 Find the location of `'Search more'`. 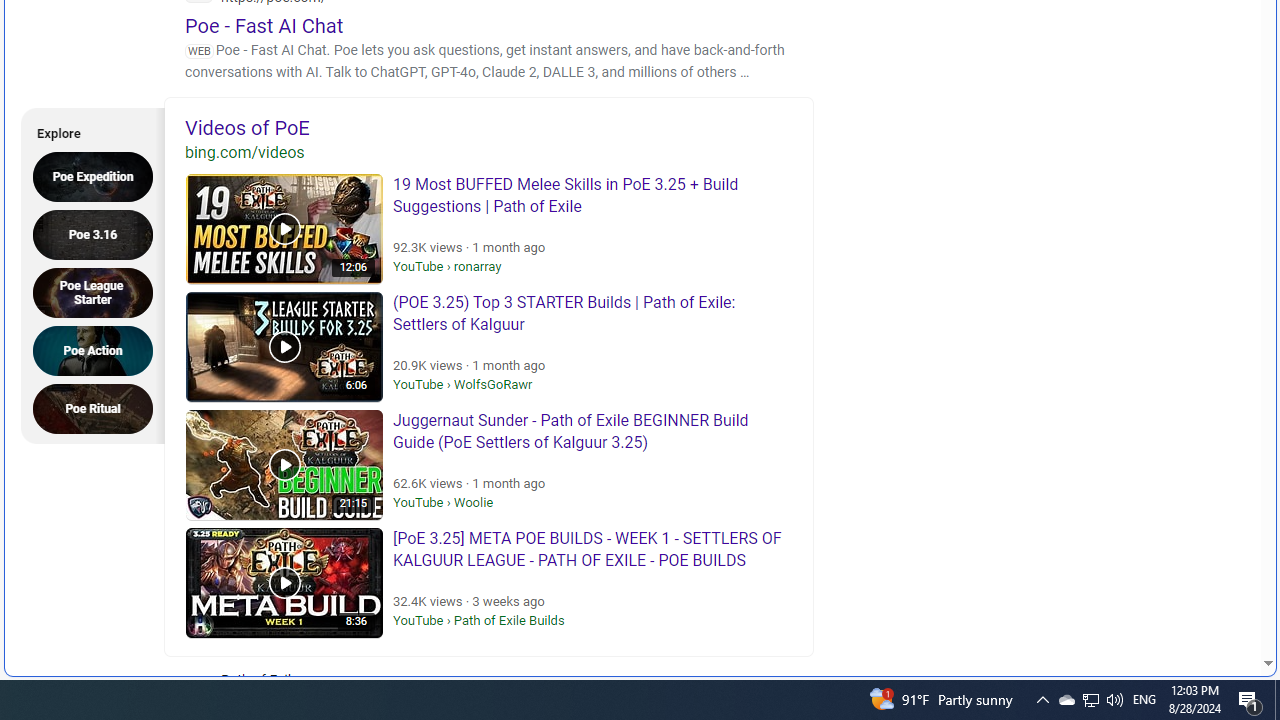

'Search more' is located at coordinates (1222, 603).